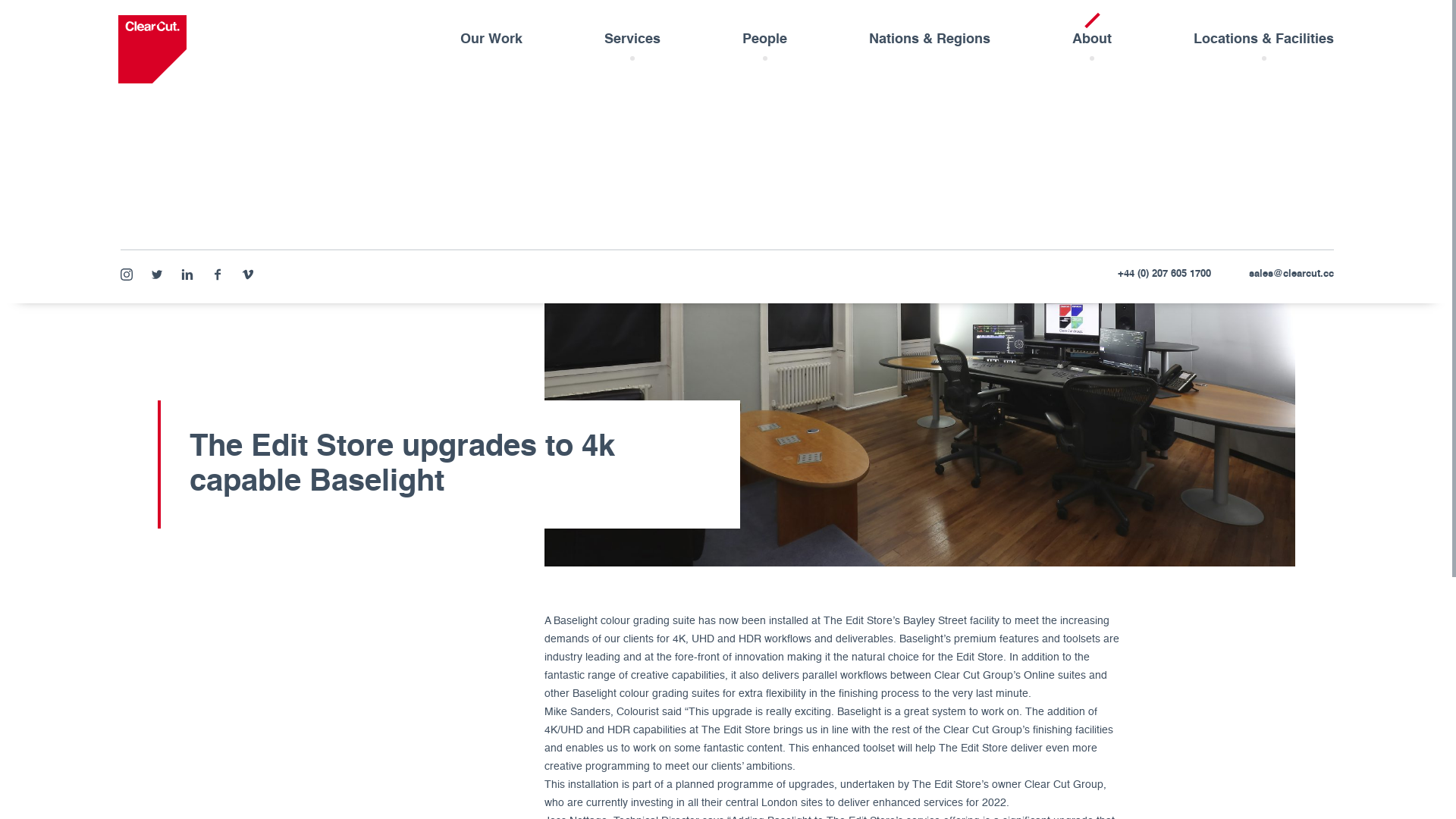  What do you see at coordinates (1263, 42) in the screenshot?
I see `'Locations & Facilities'` at bounding box center [1263, 42].